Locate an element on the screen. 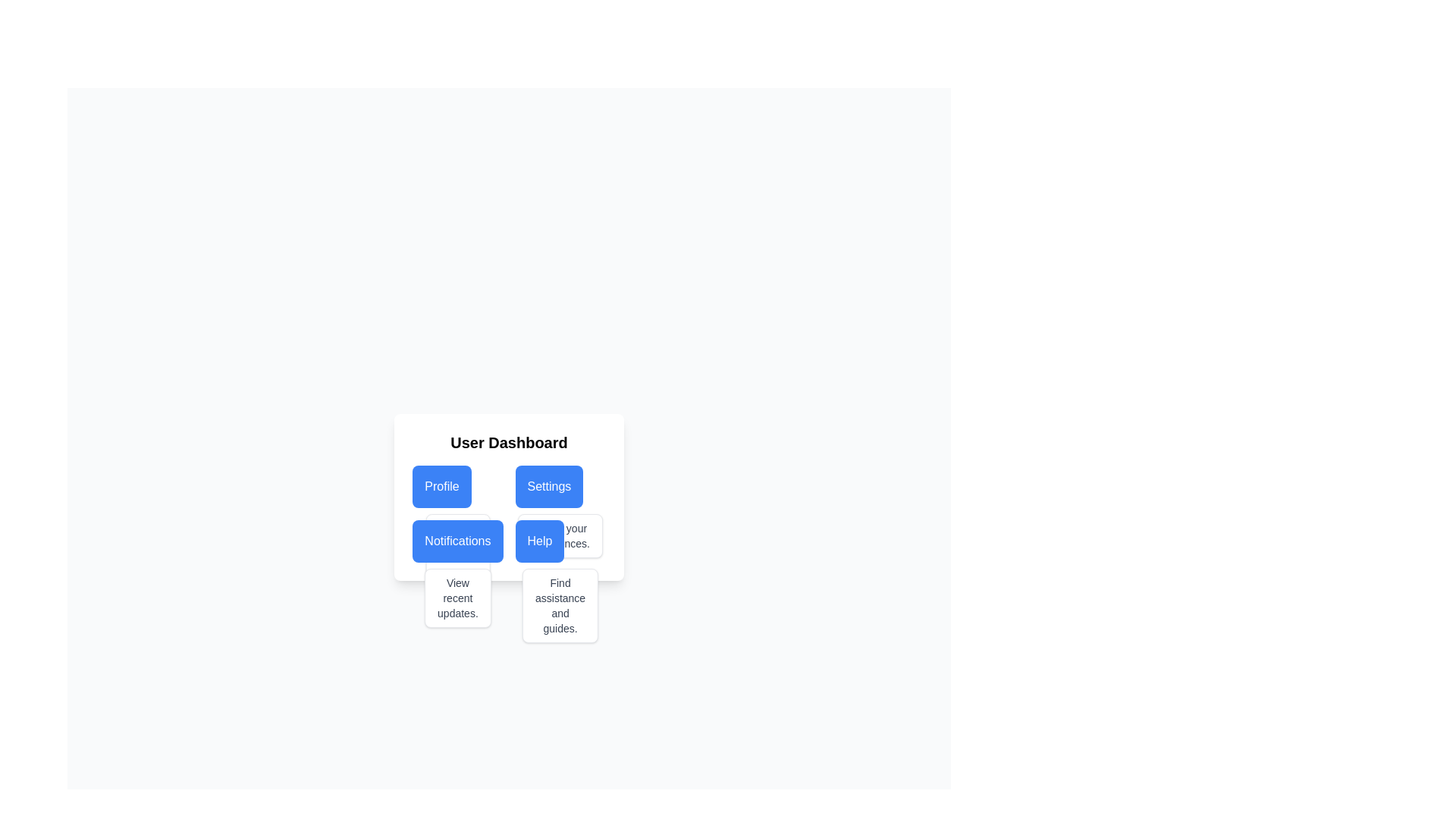 This screenshot has width=1456, height=819. the 'Notifications' button, which is a rectangular button with rounded corners, blue background, and white text is located at coordinates (457, 540).